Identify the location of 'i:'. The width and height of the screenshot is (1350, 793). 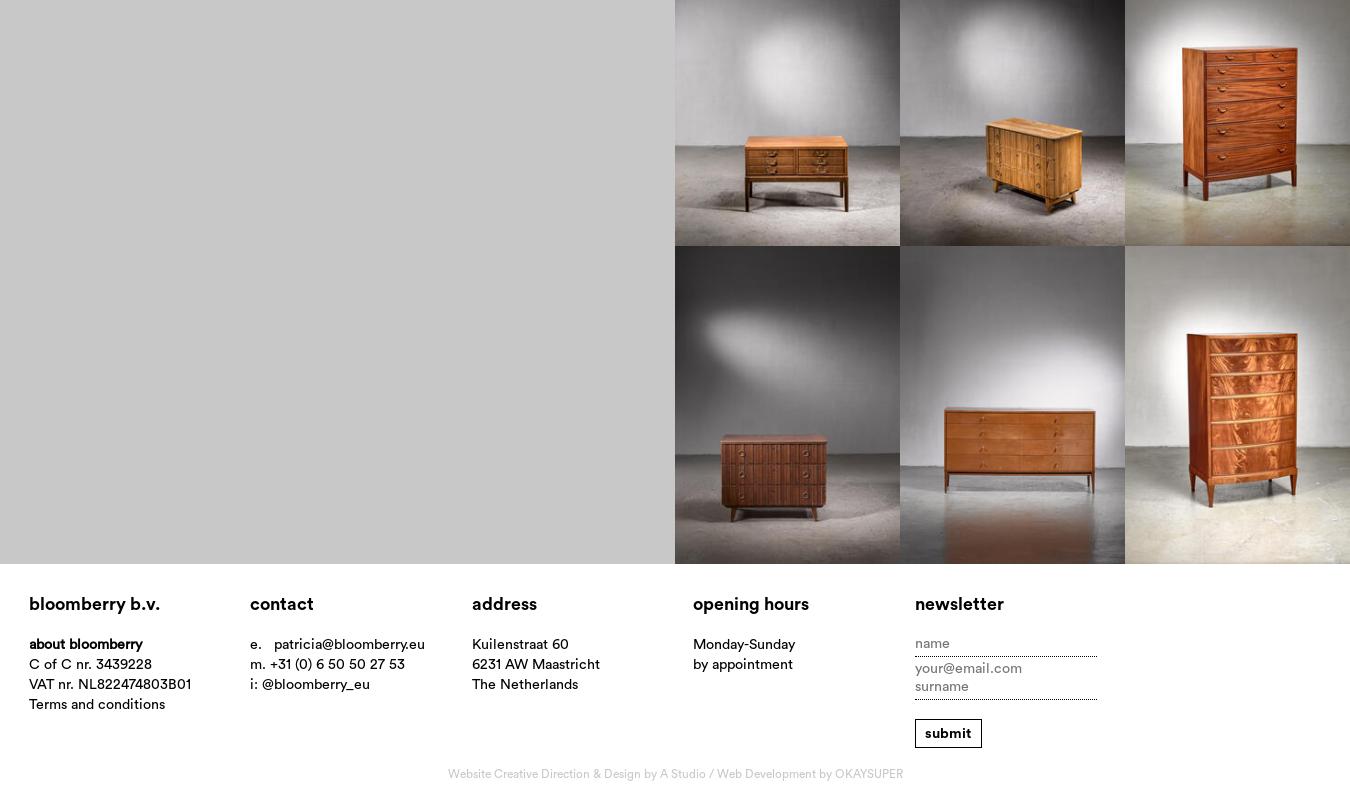
(254, 684).